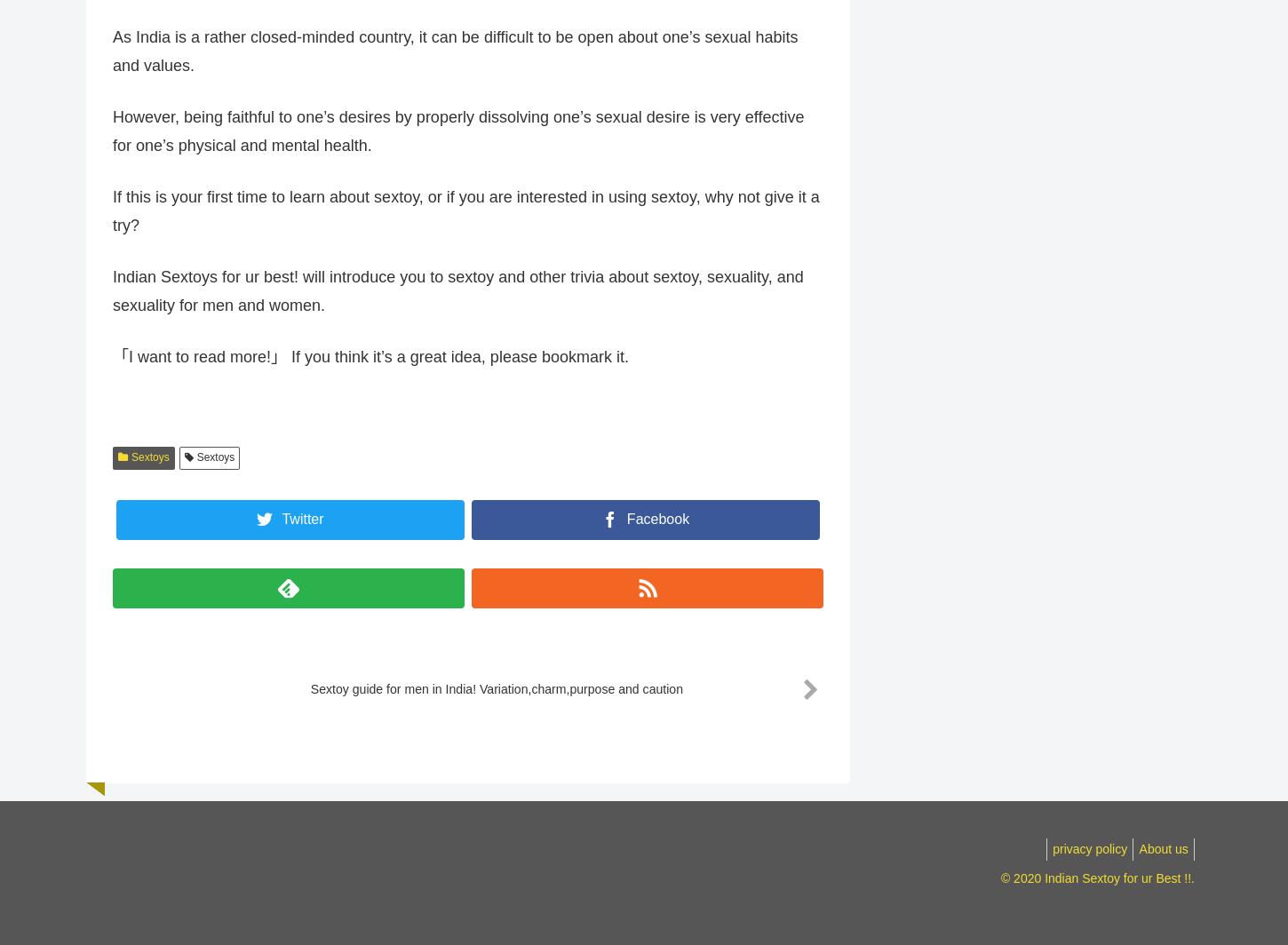 This screenshot has height=945, width=1288. I want to click on 'Twitter', so click(302, 528).